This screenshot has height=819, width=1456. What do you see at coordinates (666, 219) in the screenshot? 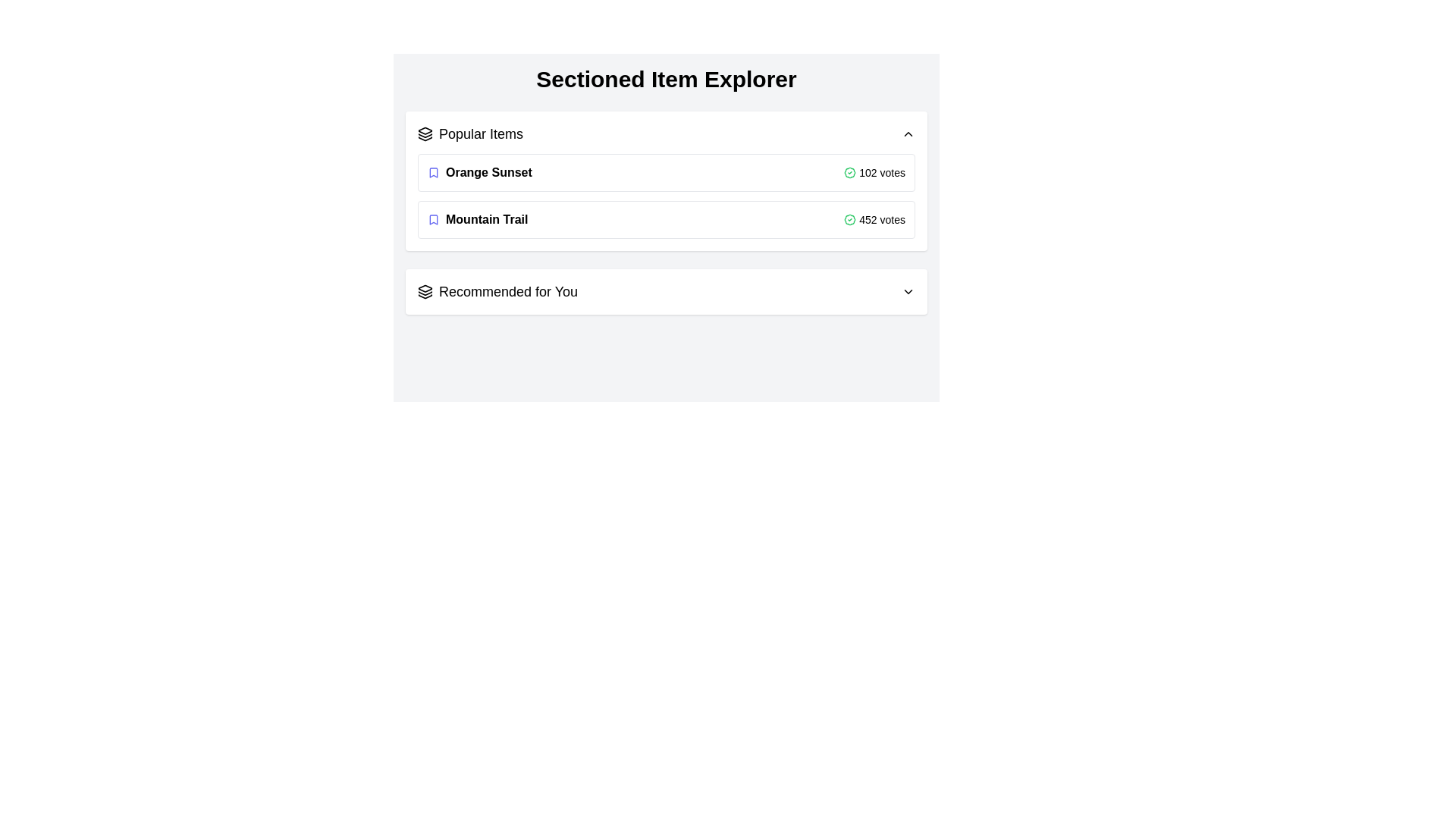
I see `the informative list item for 'Mountain Trail' which is the second item in the 'Popular Items' section` at bounding box center [666, 219].